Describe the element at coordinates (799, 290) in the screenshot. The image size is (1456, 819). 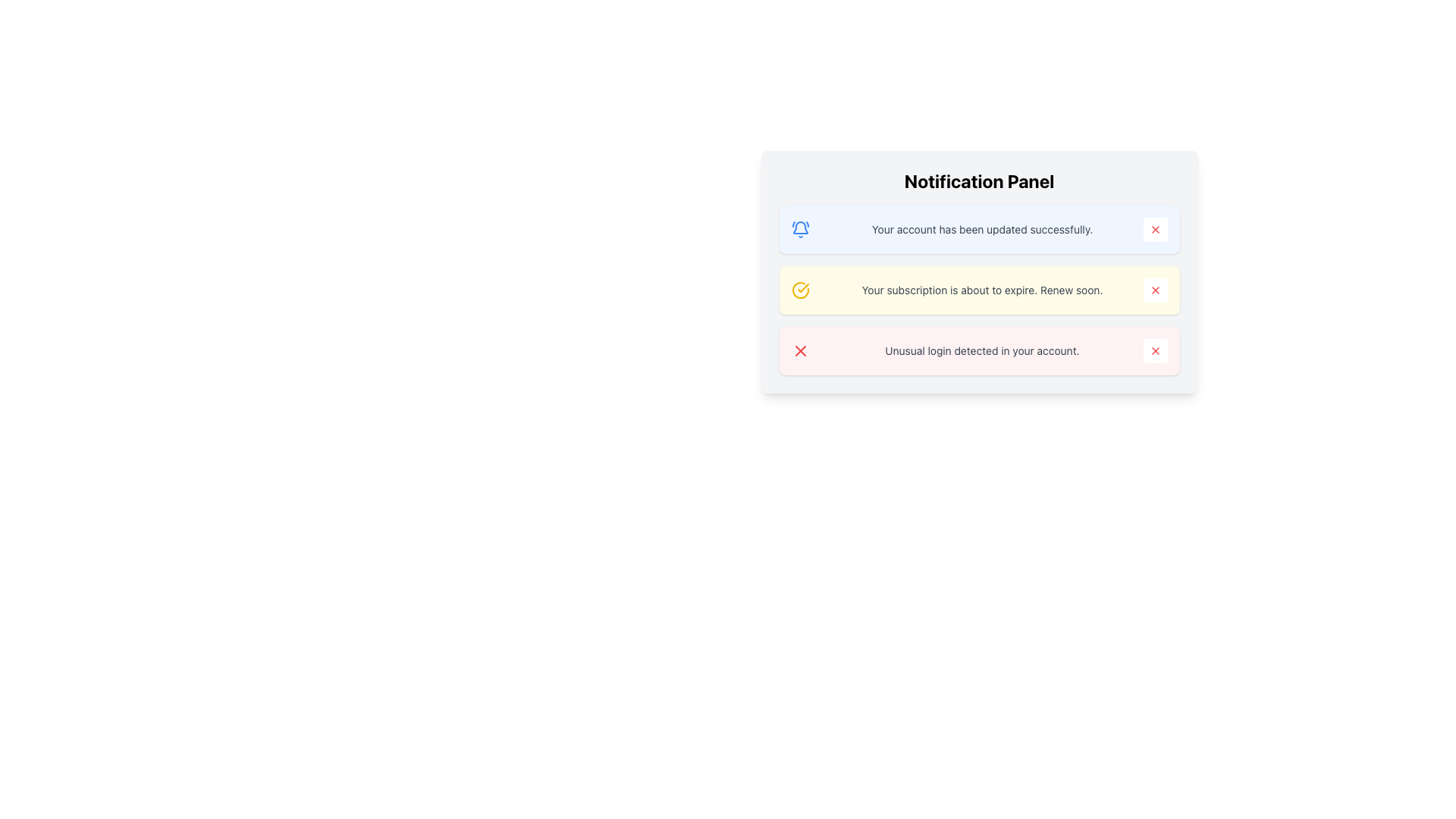
I see `the yellow-tinted warning icon in the second notification item of the Notification Panel to visually identify the subscription expiration warning` at that location.